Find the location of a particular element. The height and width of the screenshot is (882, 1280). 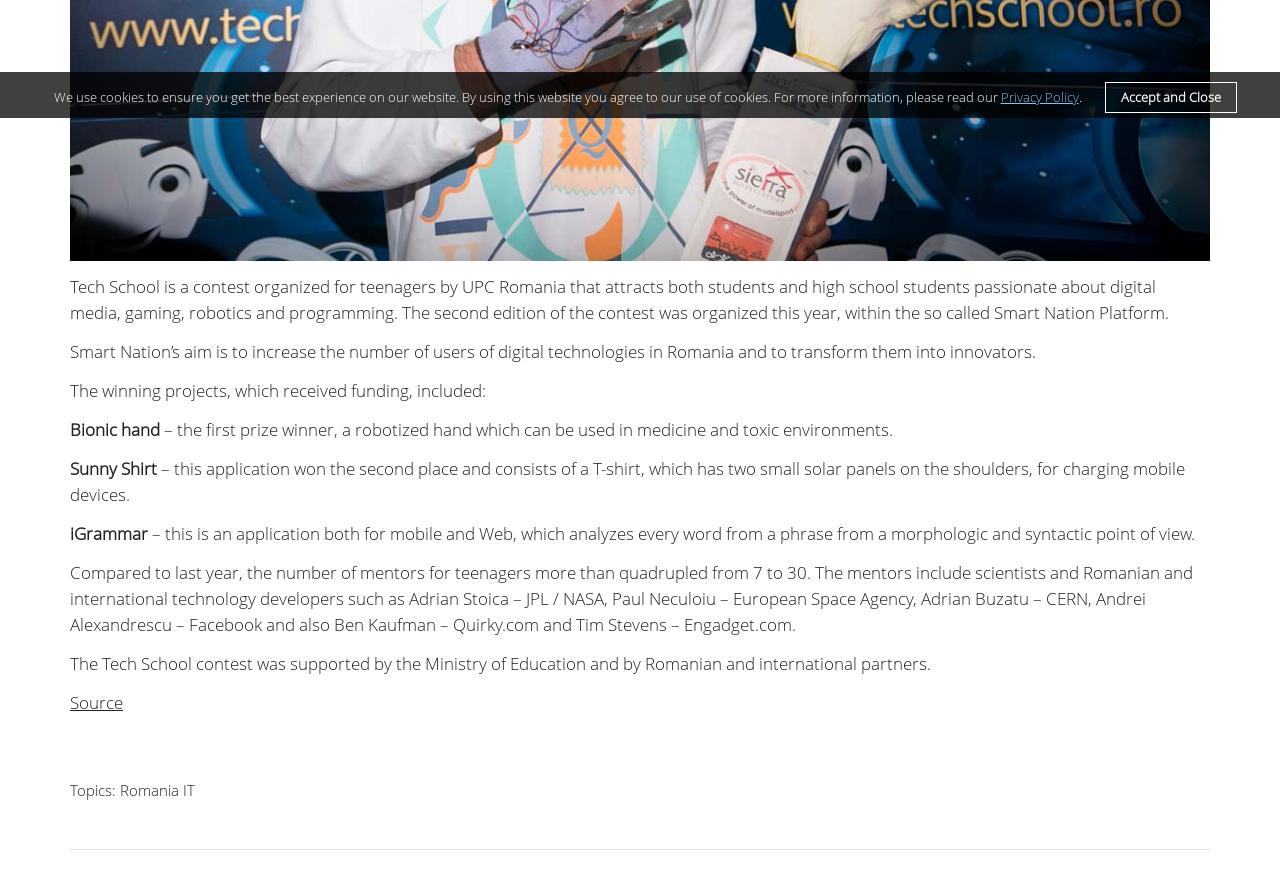

'Topics:' is located at coordinates (93, 789).